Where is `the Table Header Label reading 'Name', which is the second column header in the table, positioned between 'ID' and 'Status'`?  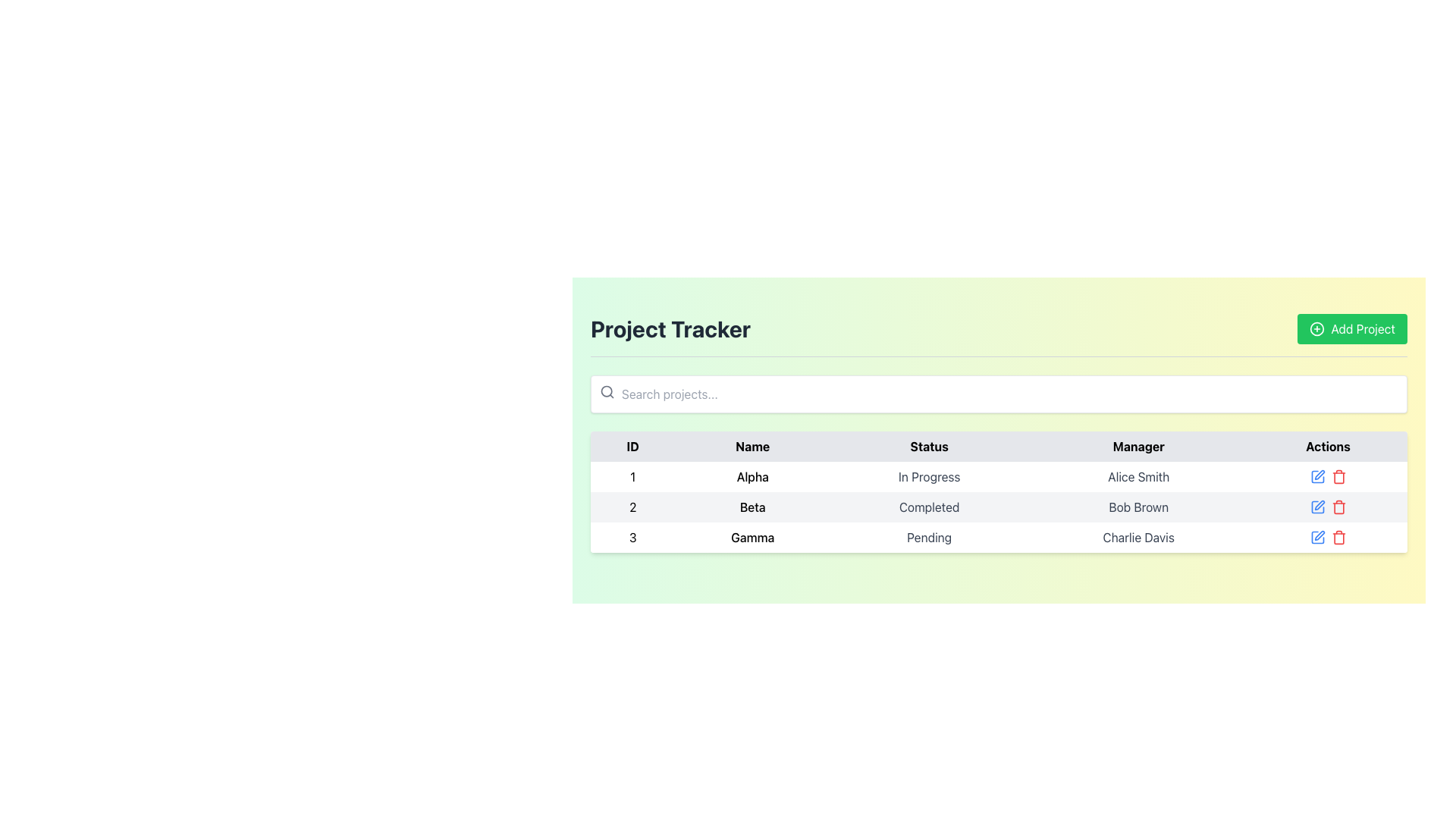 the Table Header Label reading 'Name', which is the second column header in the table, positioned between 'ID' and 'Status' is located at coordinates (752, 446).